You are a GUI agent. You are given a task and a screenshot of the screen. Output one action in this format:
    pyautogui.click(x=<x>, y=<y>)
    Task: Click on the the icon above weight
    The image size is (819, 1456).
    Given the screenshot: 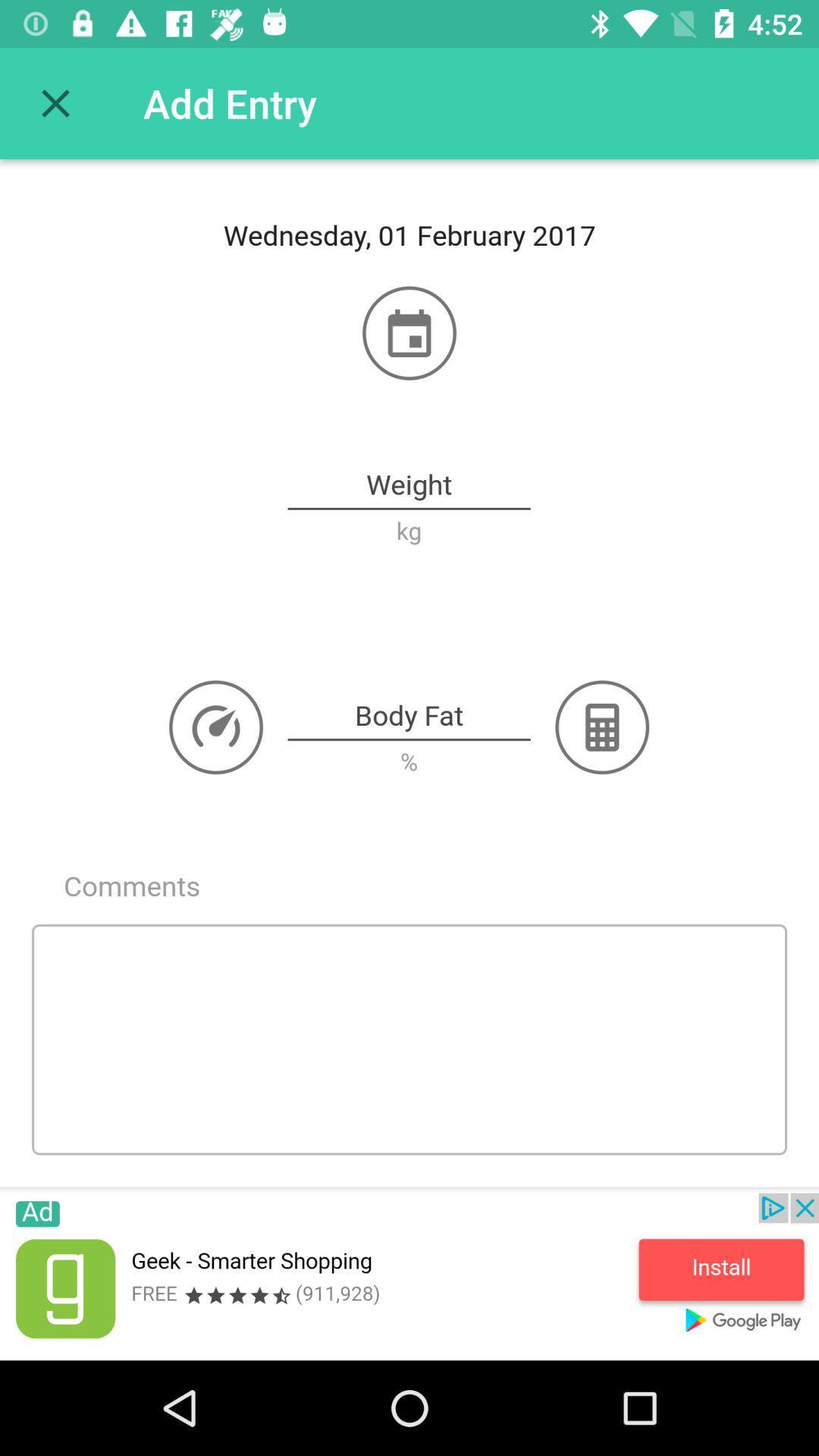 What is the action you would take?
    pyautogui.click(x=409, y=333)
    